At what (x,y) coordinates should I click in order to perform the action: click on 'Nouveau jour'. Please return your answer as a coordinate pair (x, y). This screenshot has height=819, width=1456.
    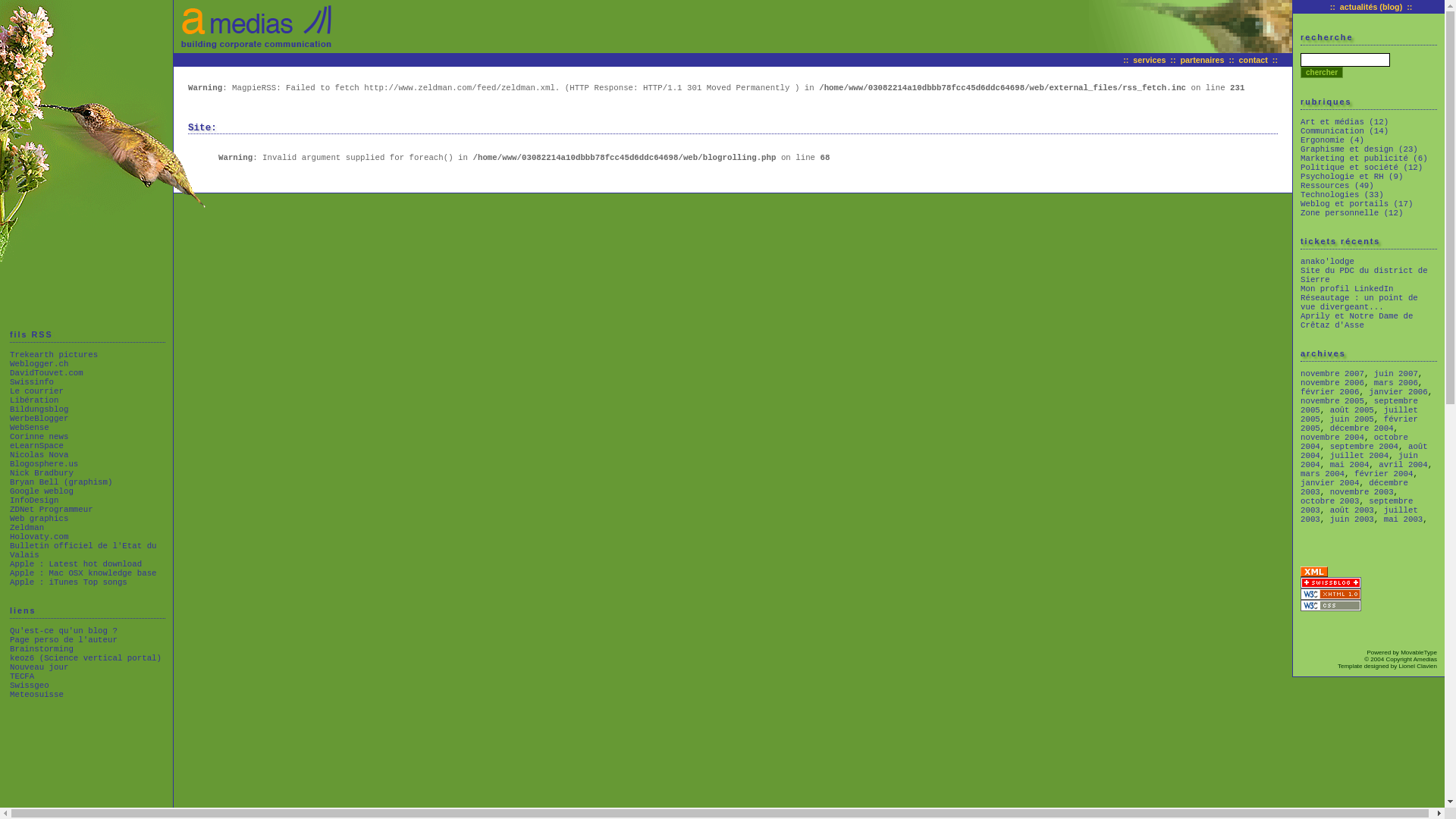
    Looking at the image, I should click on (10, 666).